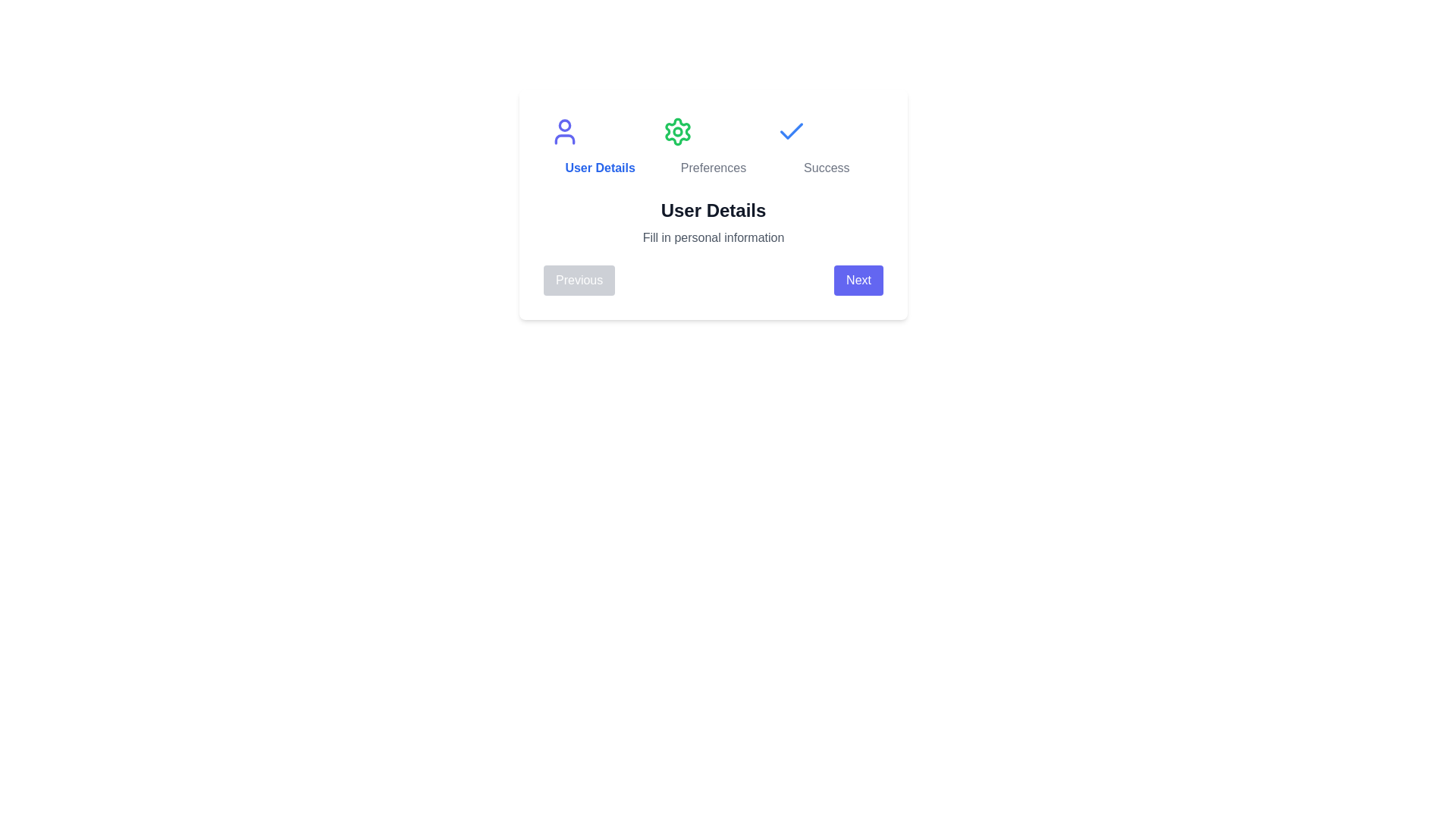 This screenshot has width=1456, height=819. Describe the element at coordinates (599, 146) in the screenshot. I see `the step titled 'User Details' to view its details` at that location.